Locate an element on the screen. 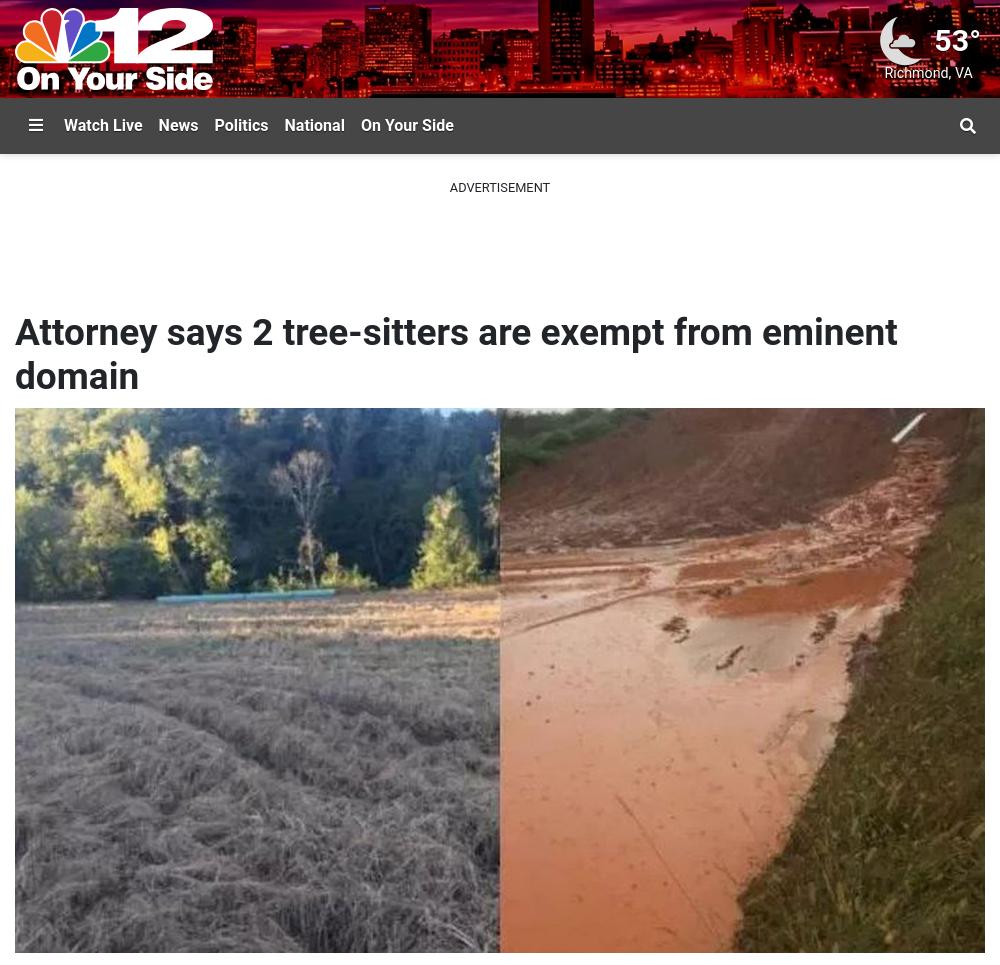 This screenshot has width=1000, height=965. 'On Your Side' is located at coordinates (359, 124).